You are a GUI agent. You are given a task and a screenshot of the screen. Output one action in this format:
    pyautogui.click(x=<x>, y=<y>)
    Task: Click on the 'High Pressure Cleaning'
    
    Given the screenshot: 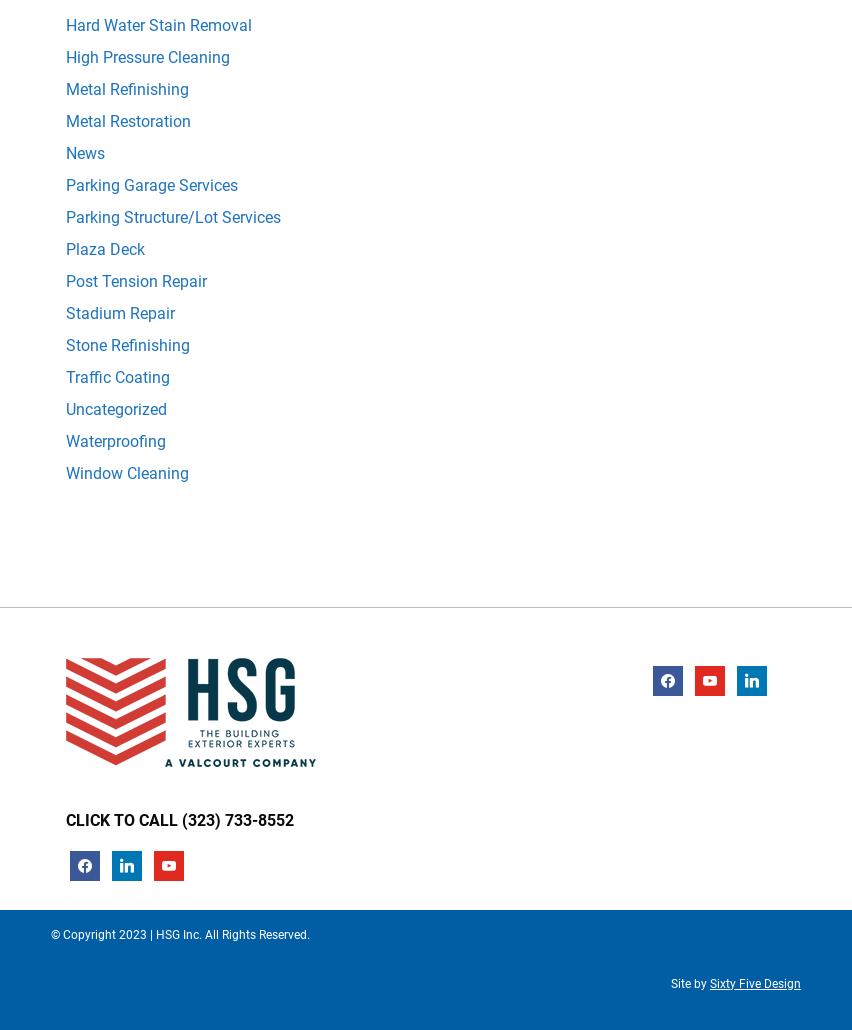 What is the action you would take?
    pyautogui.click(x=146, y=56)
    